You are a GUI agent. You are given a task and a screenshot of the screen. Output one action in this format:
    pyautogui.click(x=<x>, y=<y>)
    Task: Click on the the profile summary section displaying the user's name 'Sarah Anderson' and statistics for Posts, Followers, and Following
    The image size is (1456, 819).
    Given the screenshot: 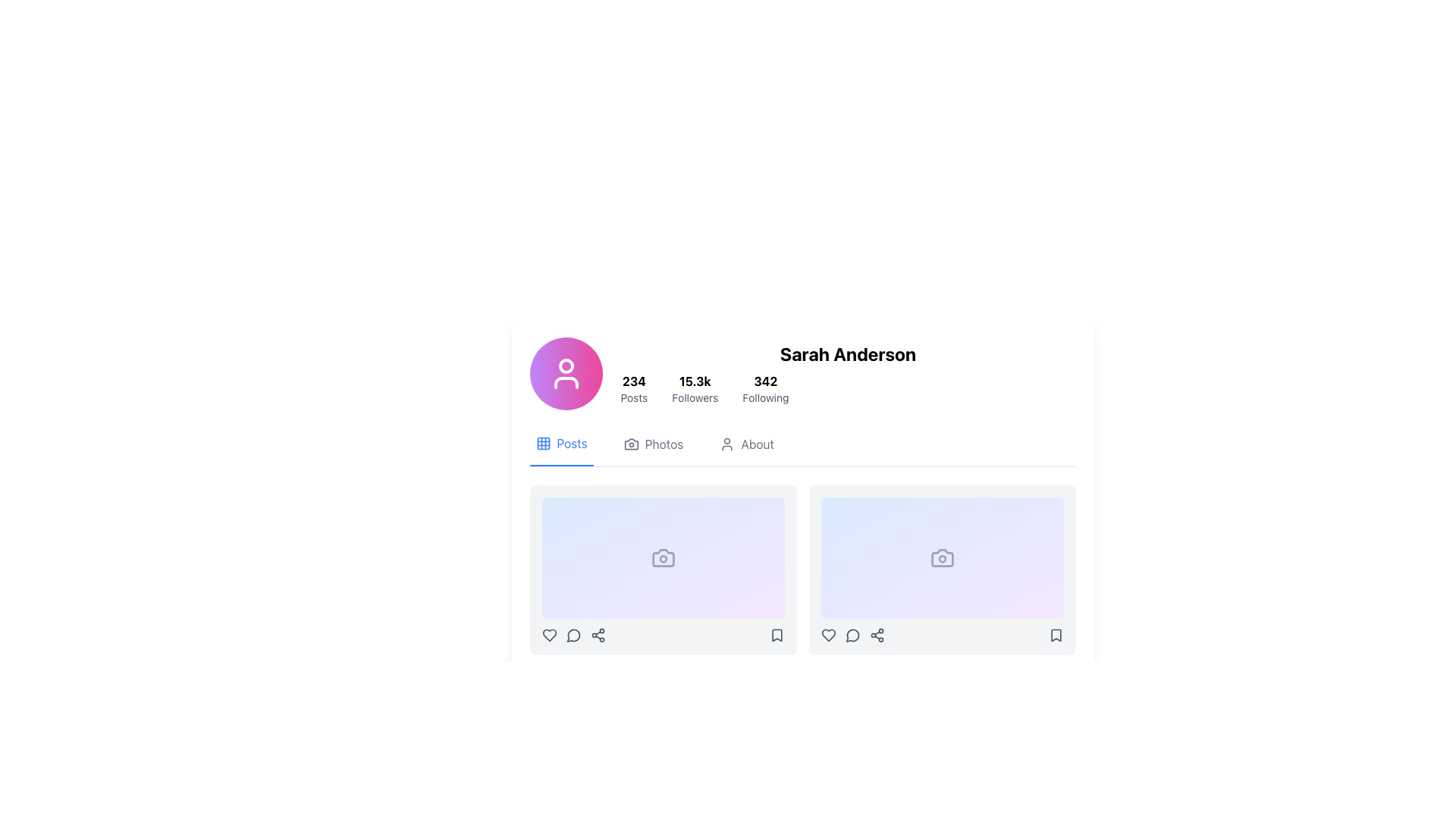 What is the action you would take?
    pyautogui.click(x=847, y=374)
    